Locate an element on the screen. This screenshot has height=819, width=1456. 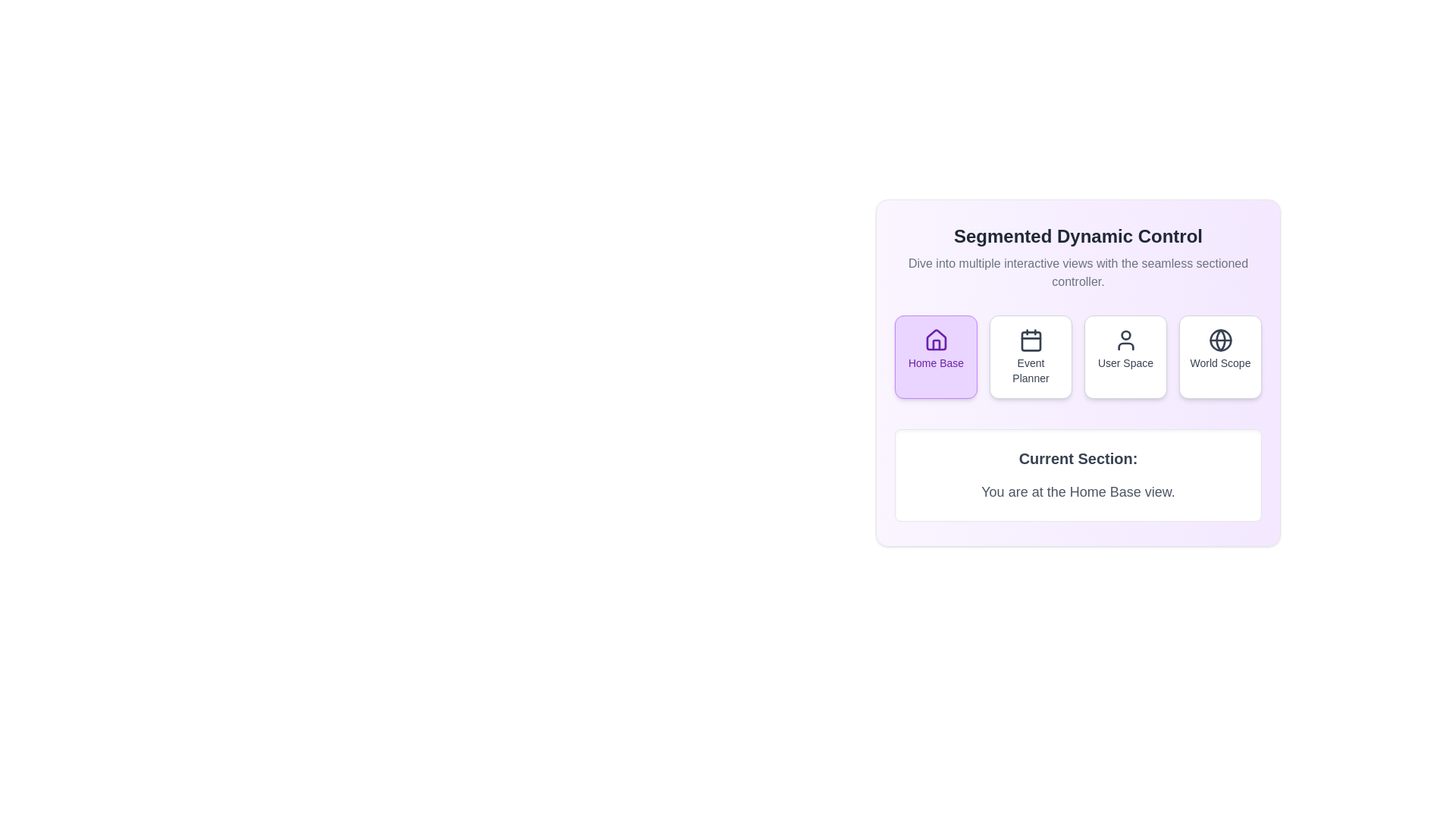
the 'Event Planner' button, which is a white button with rounded corners containing a calendar icon and the text 'Event Planner' is located at coordinates (1031, 356).